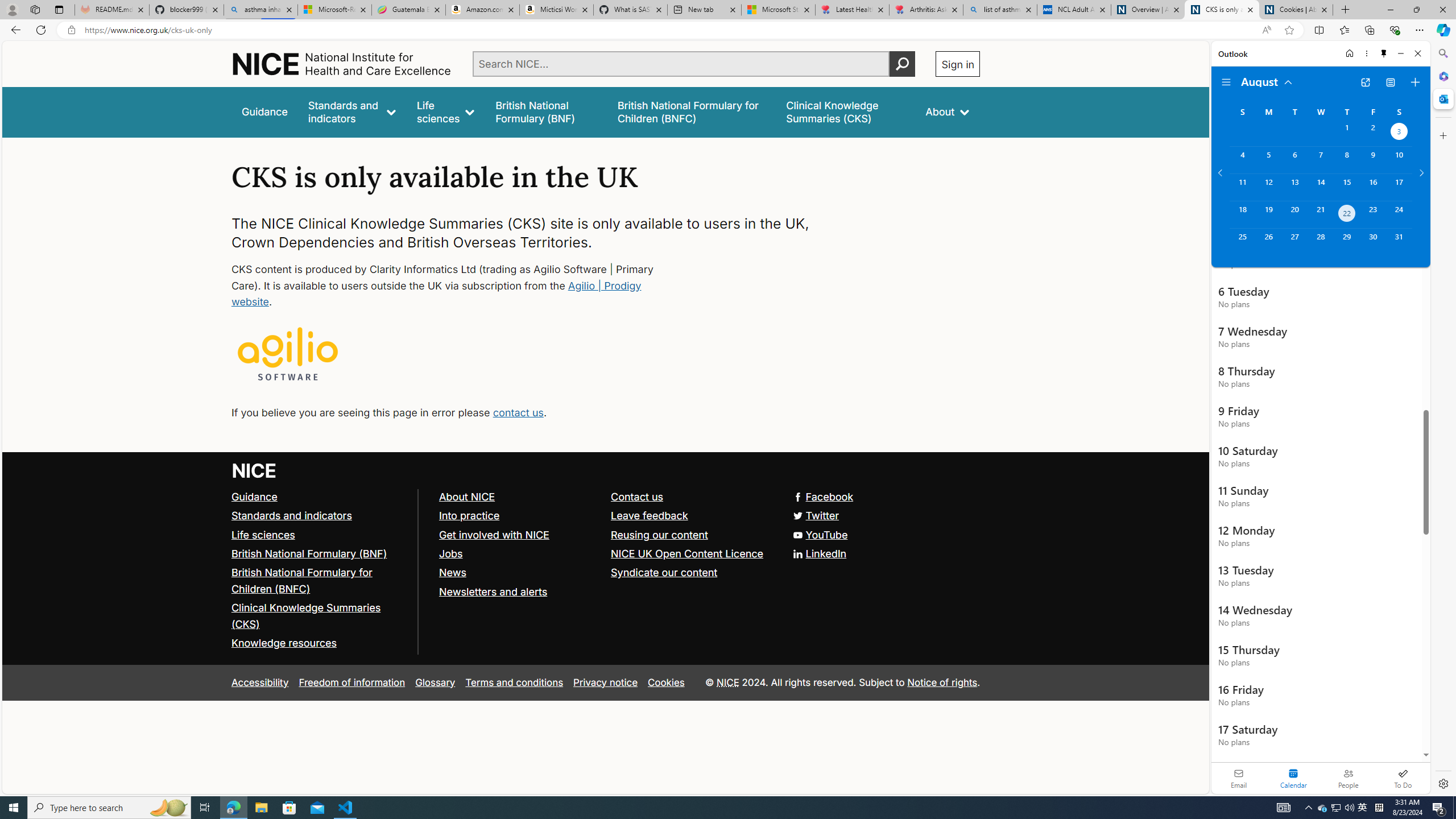  I want to click on 'Reusing our content', so click(692, 535).